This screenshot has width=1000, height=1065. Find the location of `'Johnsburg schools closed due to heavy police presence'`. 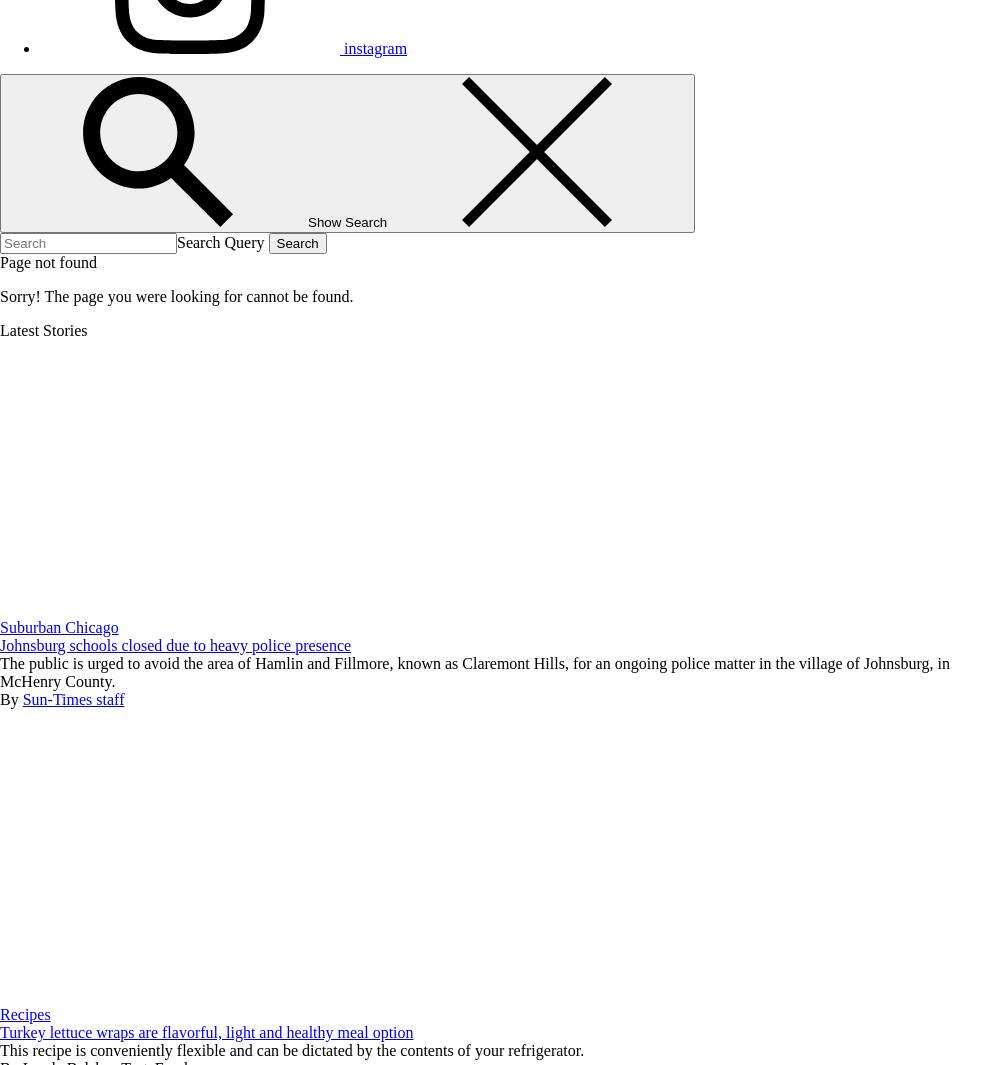

'Johnsburg schools closed due to heavy police presence' is located at coordinates (0, 645).